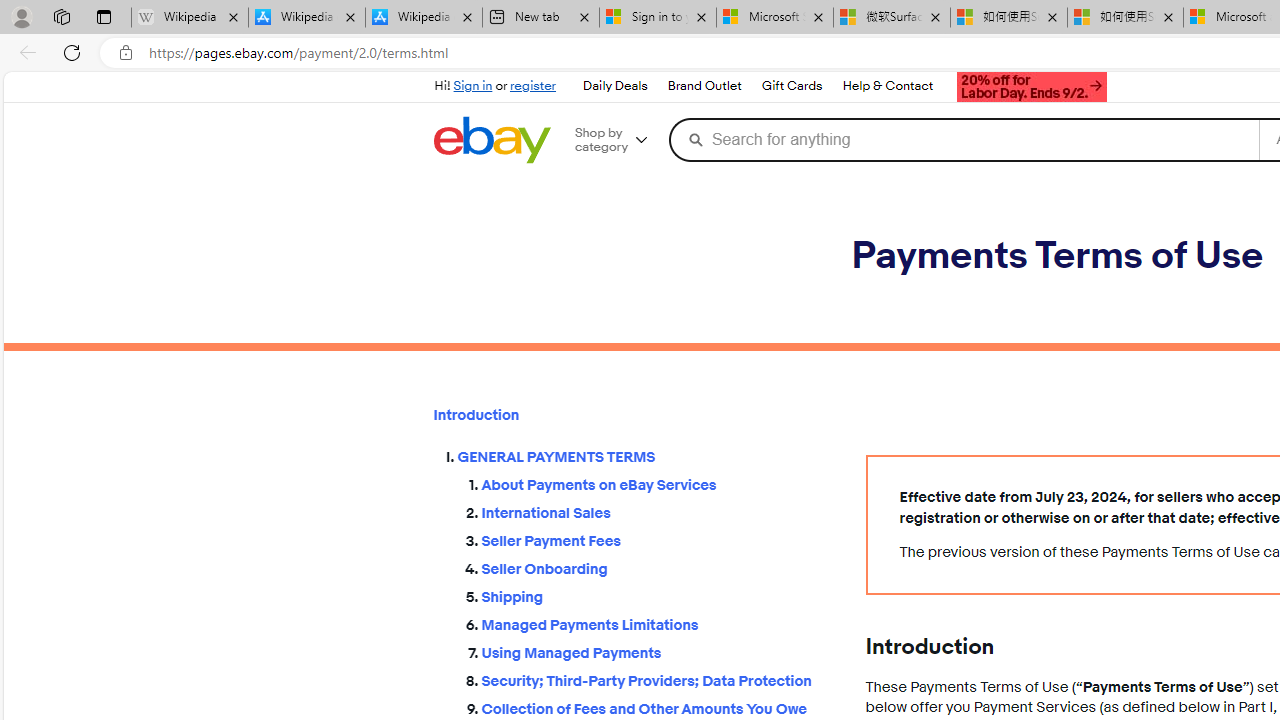  What do you see at coordinates (791, 86) in the screenshot?
I see `'Gift Cards'` at bounding box center [791, 86].